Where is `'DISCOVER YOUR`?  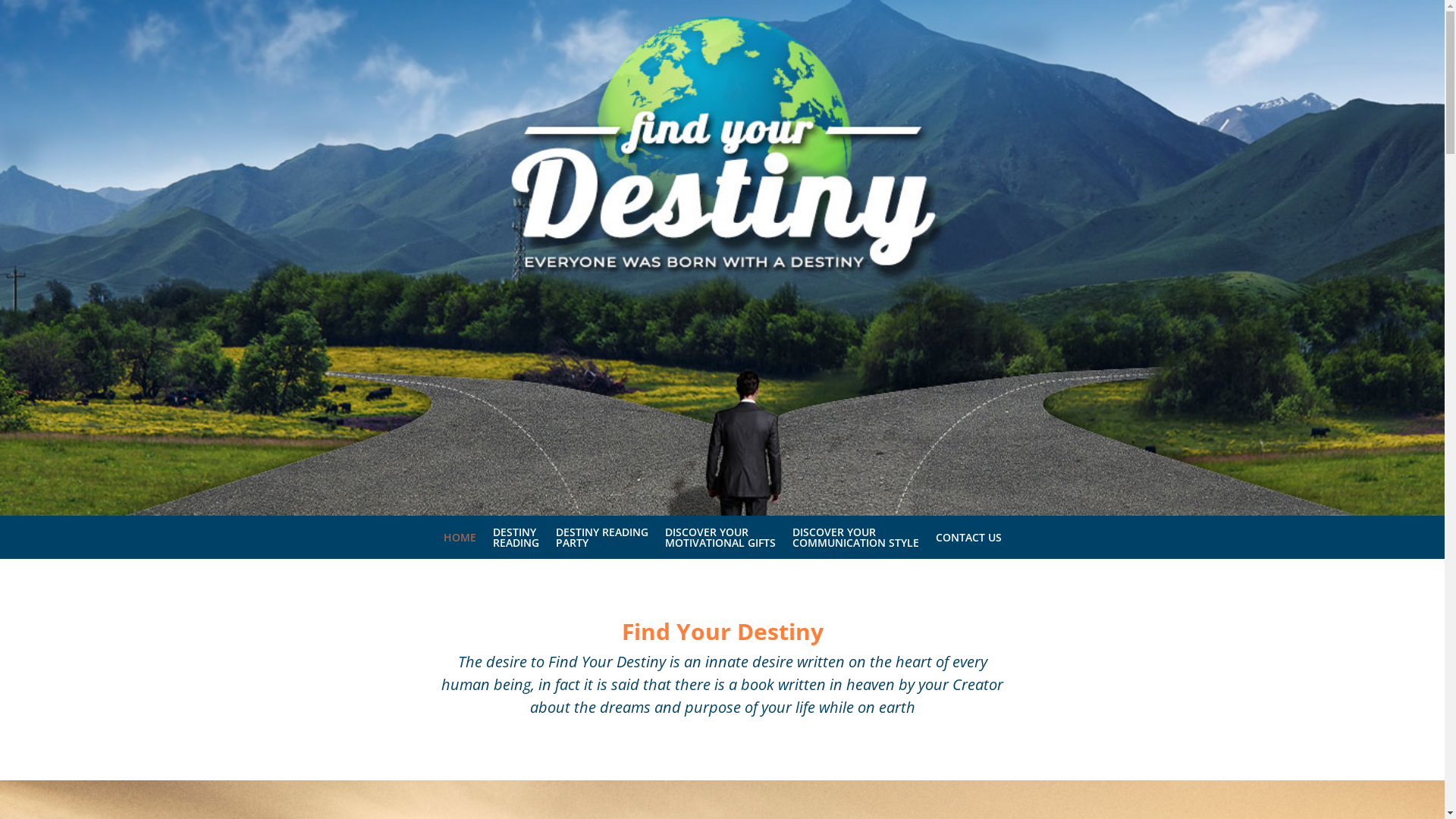
'DISCOVER YOUR is located at coordinates (719, 542).